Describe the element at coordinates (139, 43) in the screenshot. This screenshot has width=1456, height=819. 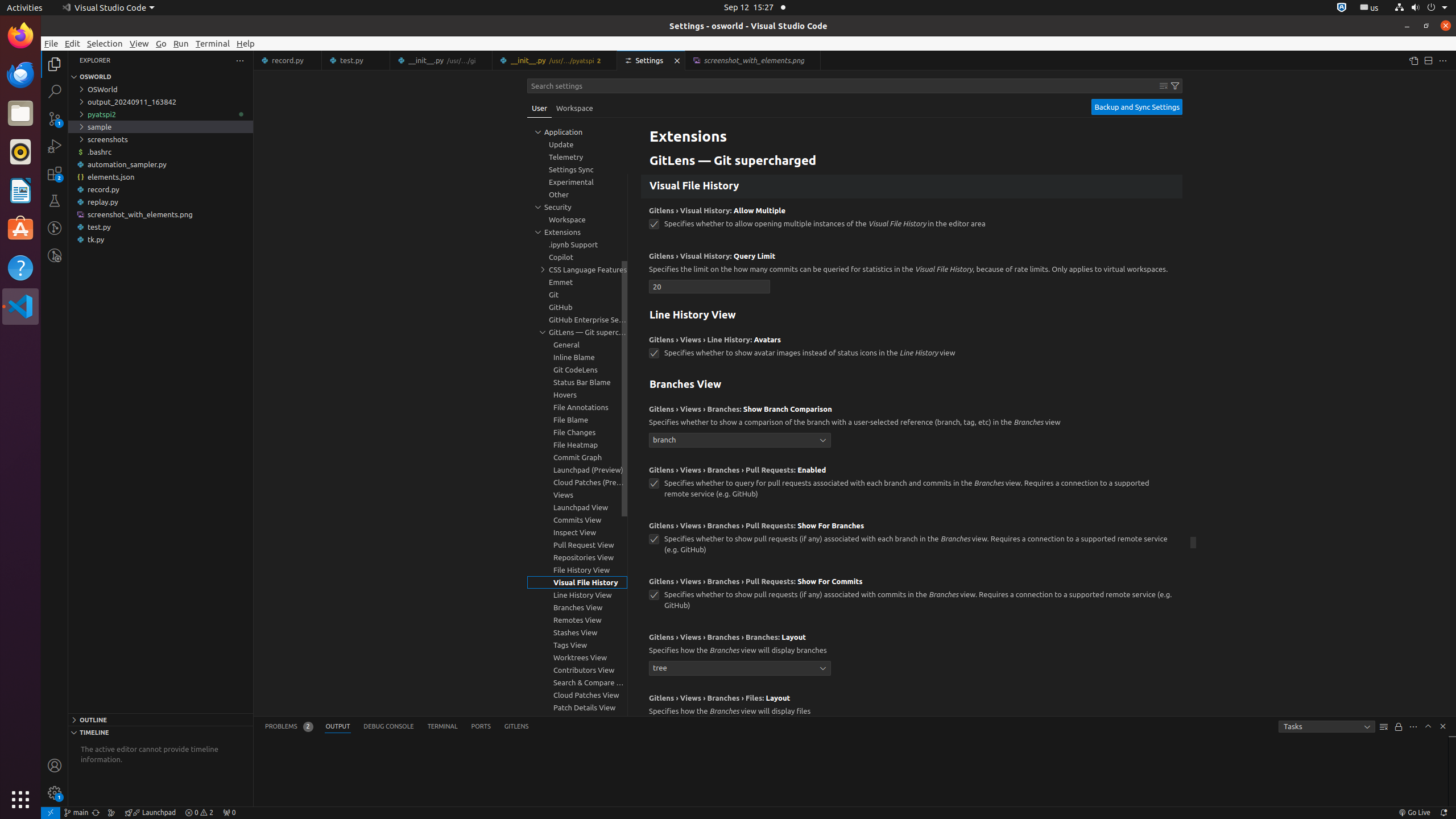
I see `'View'` at that location.